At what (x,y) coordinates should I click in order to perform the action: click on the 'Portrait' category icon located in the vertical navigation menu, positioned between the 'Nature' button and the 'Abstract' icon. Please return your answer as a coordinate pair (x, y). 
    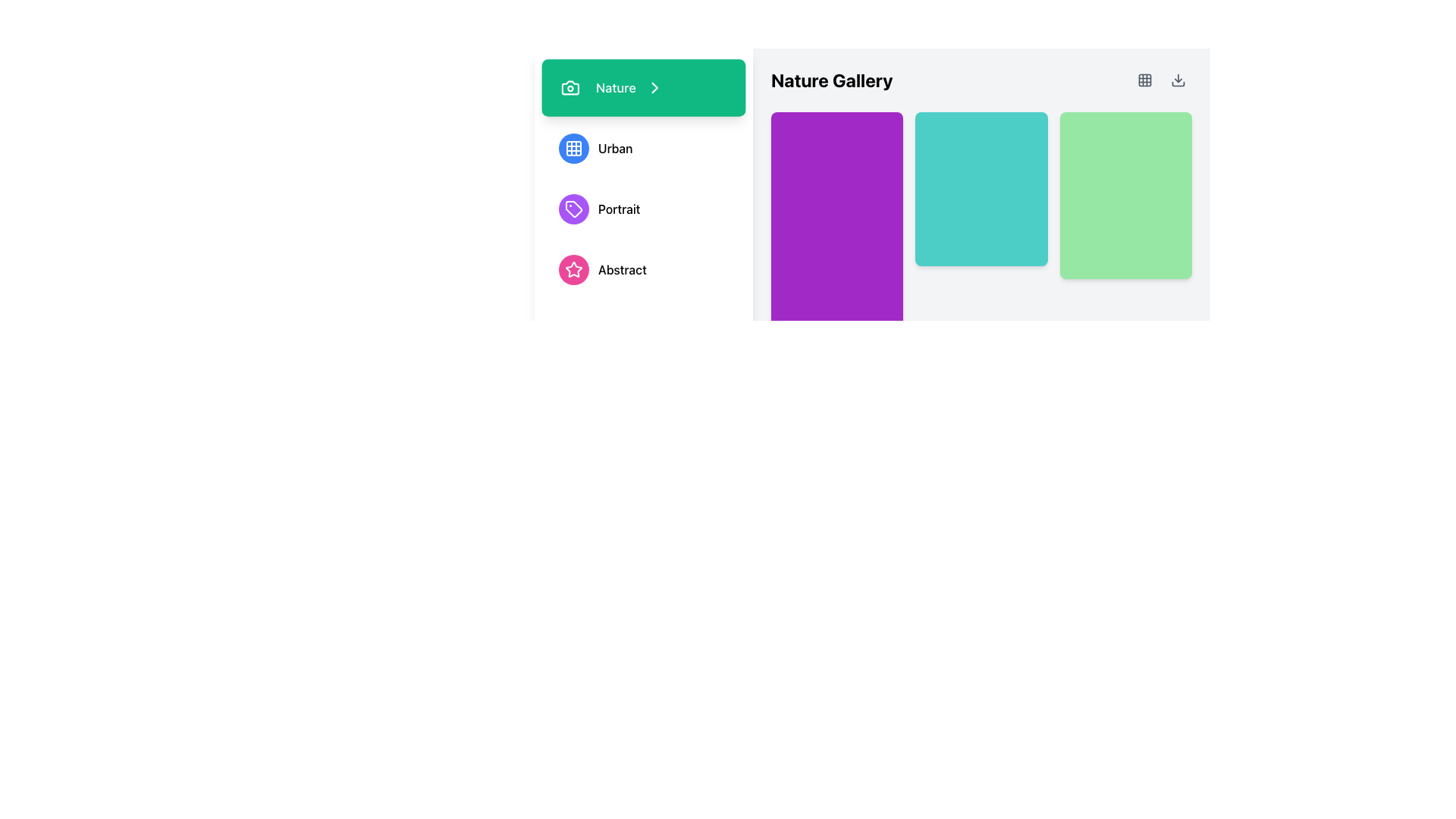
    Looking at the image, I should click on (573, 209).